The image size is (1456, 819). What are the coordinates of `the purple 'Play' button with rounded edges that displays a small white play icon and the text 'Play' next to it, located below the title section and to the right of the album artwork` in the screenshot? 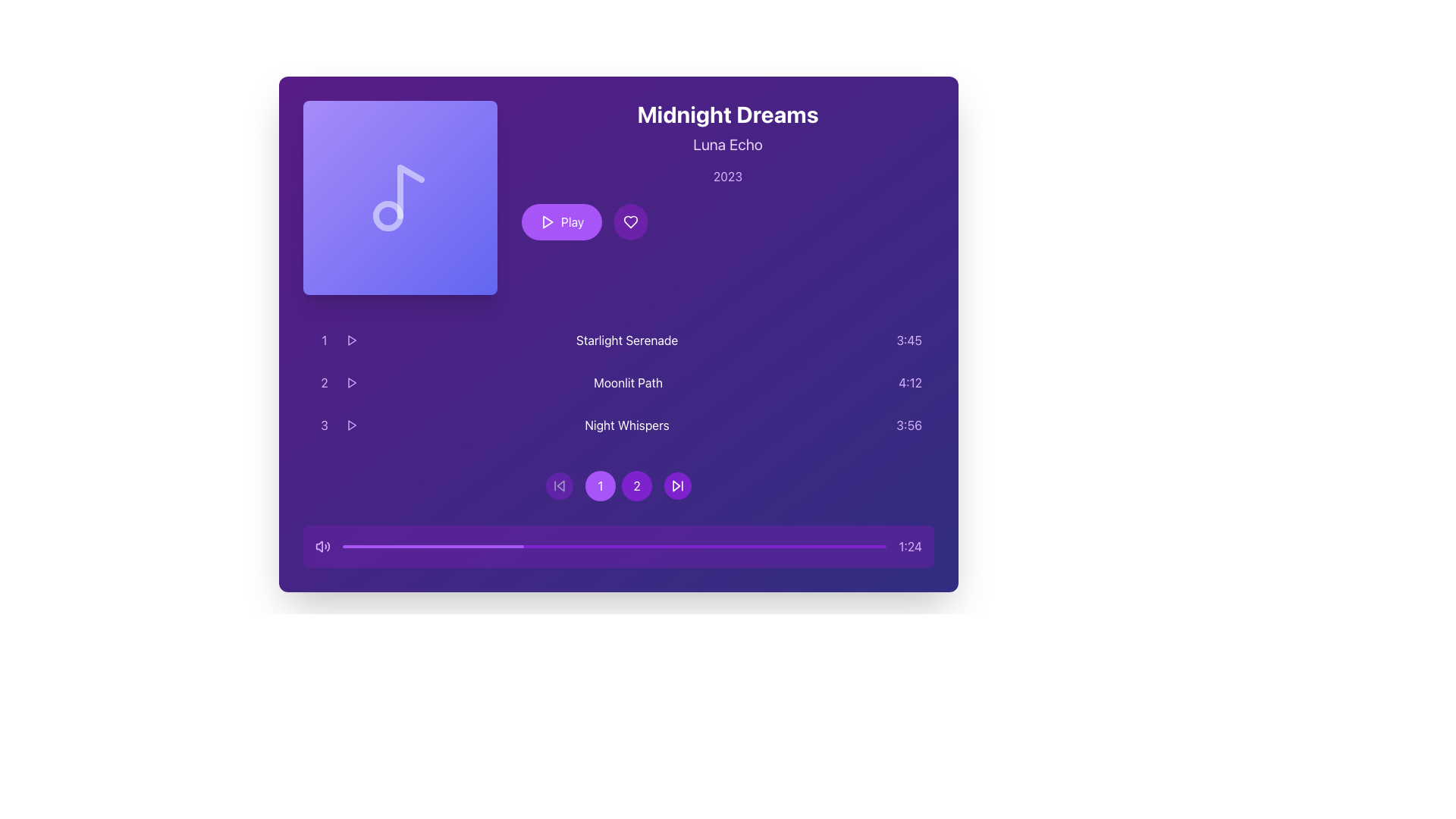 It's located at (561, 222).